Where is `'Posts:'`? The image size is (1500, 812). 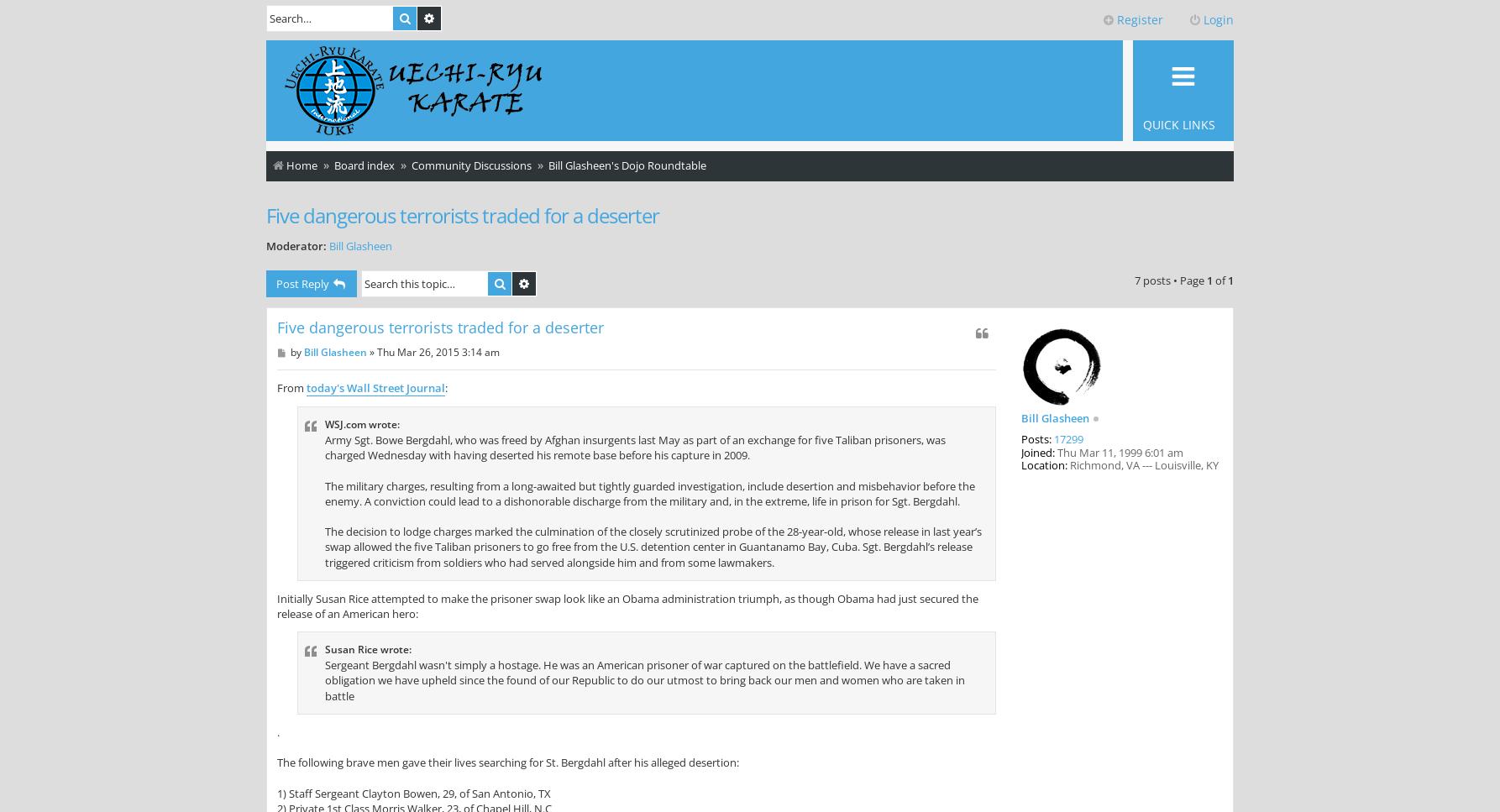
'Posts:' is located at coordinates (1036, 438).